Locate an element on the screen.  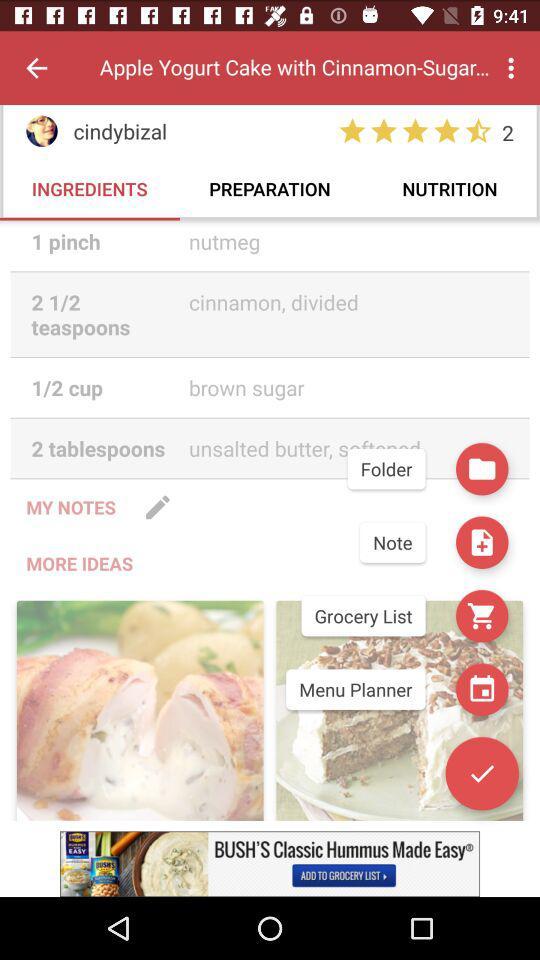
the check icon is located at coordinates (481, 772).